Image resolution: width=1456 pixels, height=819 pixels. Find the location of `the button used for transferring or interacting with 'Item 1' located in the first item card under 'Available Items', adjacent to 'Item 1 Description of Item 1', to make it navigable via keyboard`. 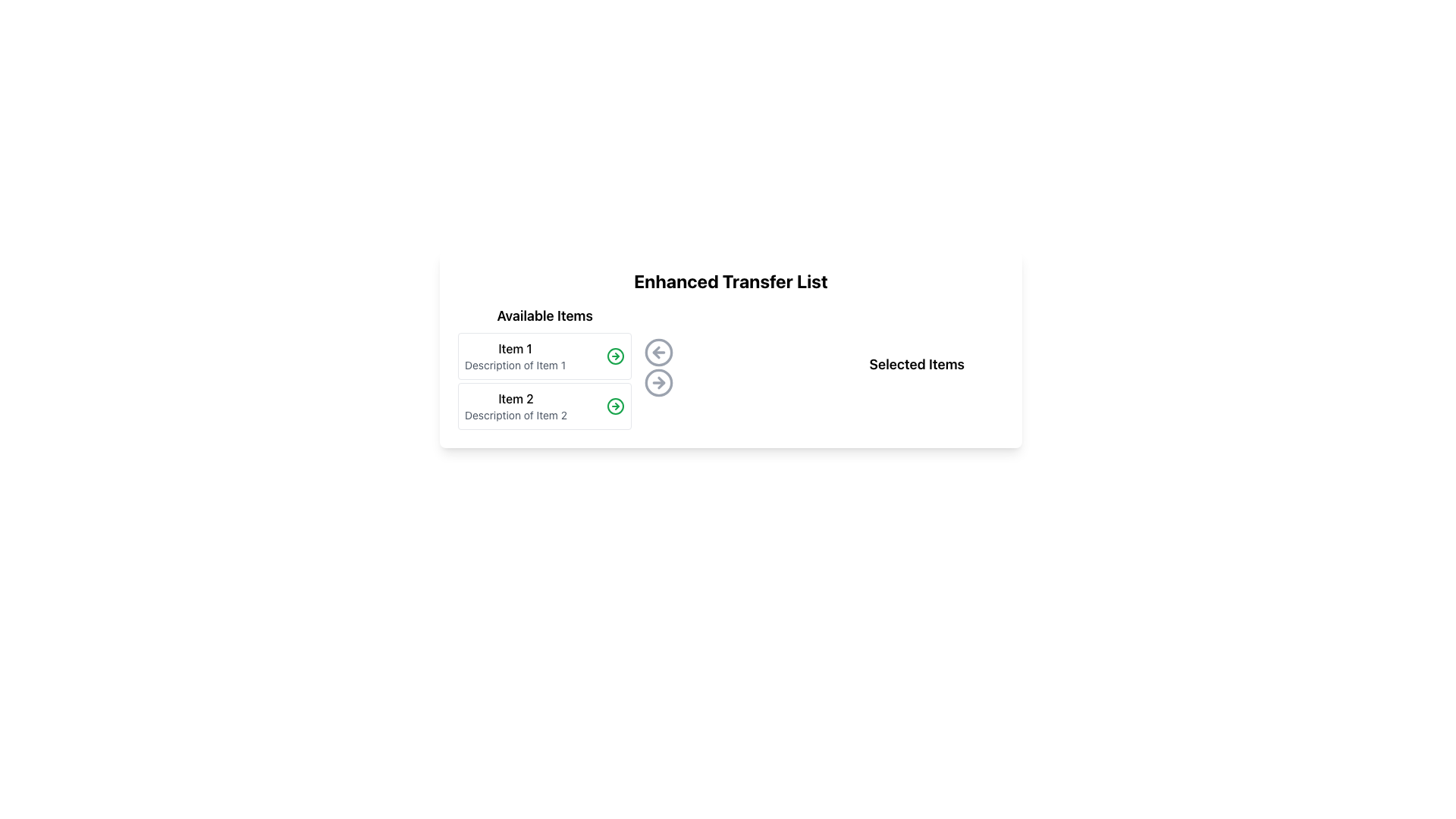

the button used for transferring or interacting with 'Item 1' located in the first item card under 'Available Items', adjacent to 'Item 1 Description of Item 1', to make it navigable via keyboard is located at coordinates (616, 356).